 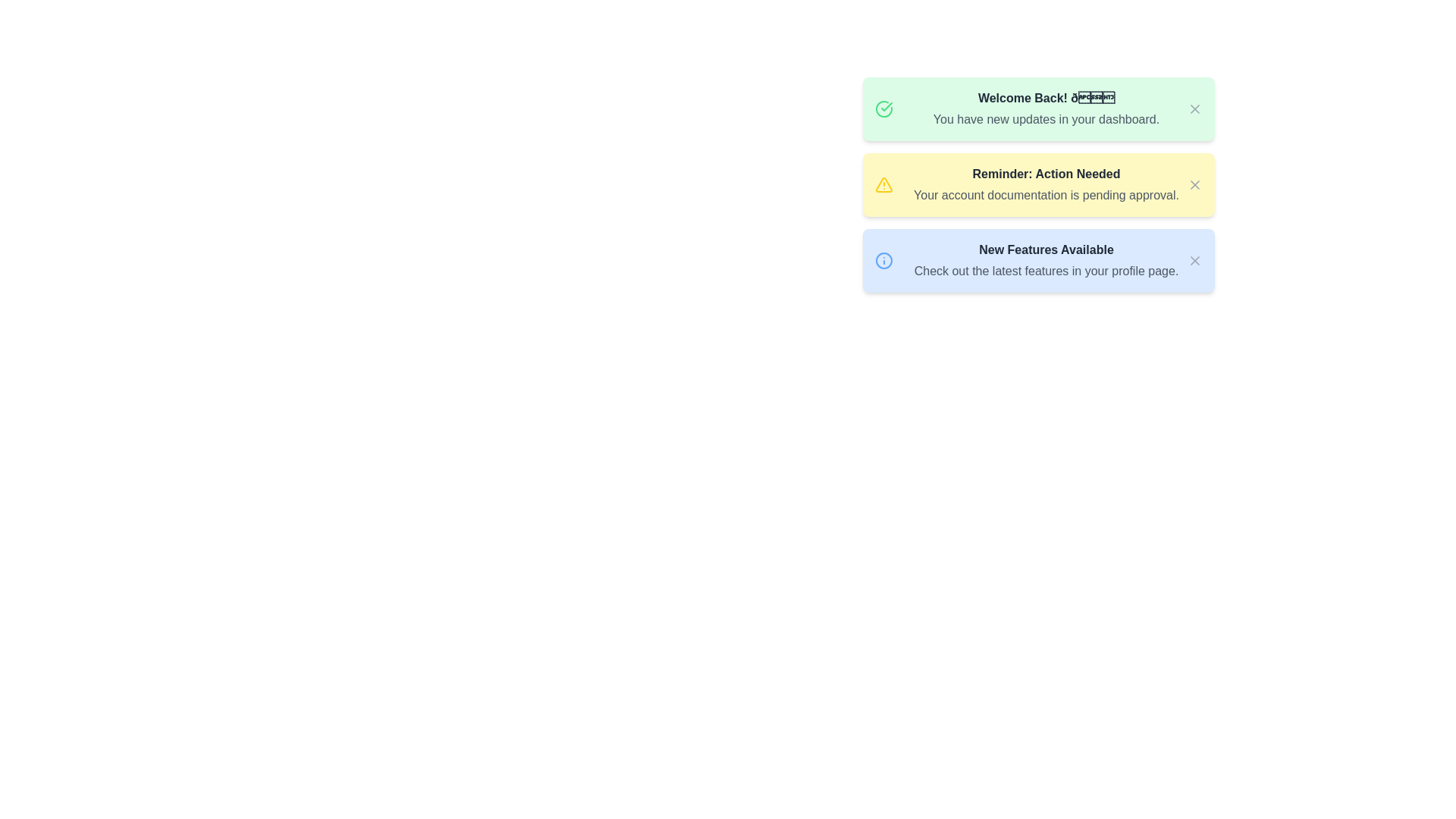 What do you see at coordinates (1194, 108) in the screenshot?
I see `the close button located in the top-right corner of the green notification card that displays 'Welcome Back!' and 'You have new updates in your dashboard.'` at bounding box center [1194, 108].